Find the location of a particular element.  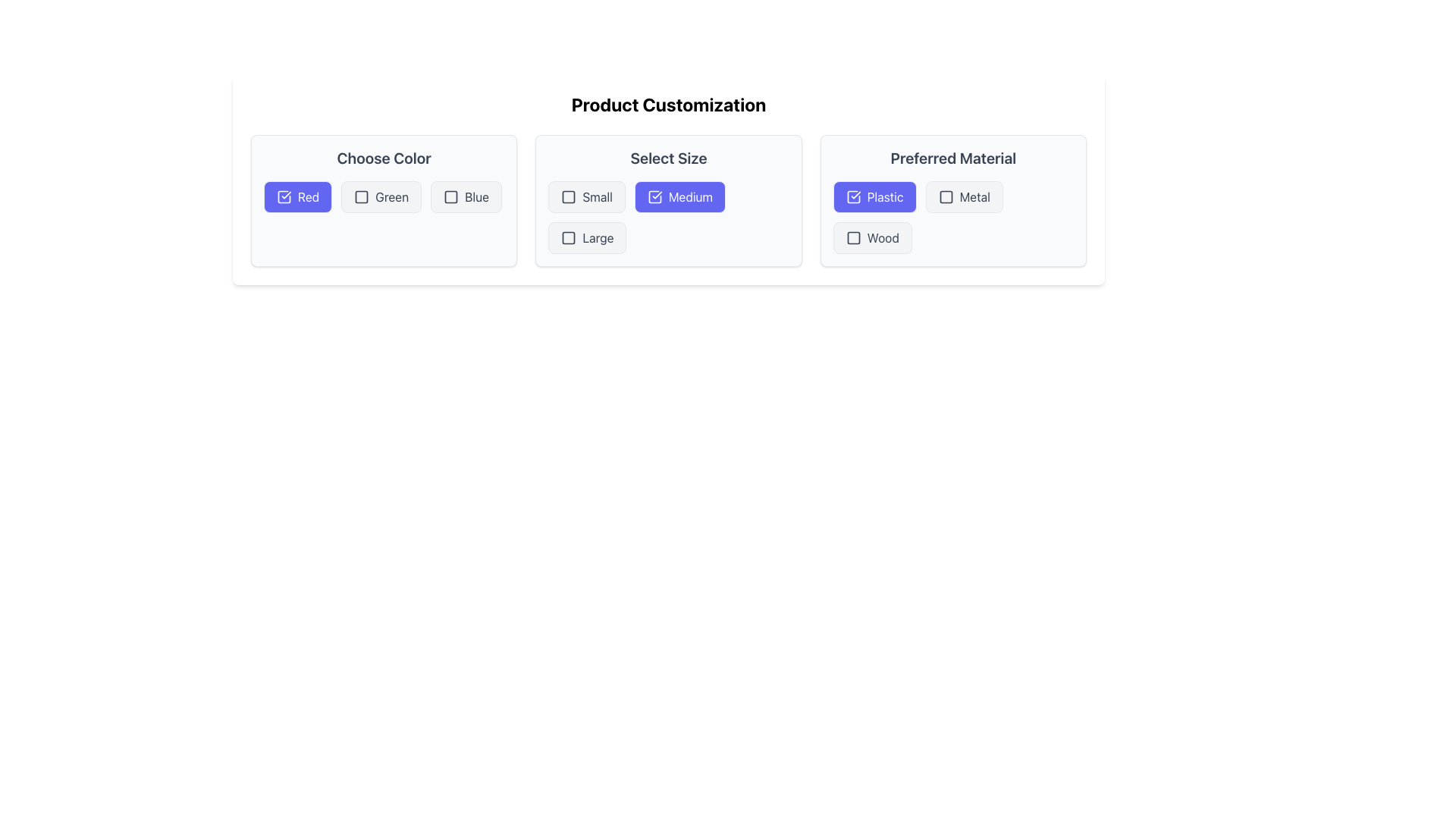

the graphical checkmark in the SVG-based checkbox located beside the label 'Plastic' in the 'Preferred Material' section to interact with it is located at coordinates (853, 196).